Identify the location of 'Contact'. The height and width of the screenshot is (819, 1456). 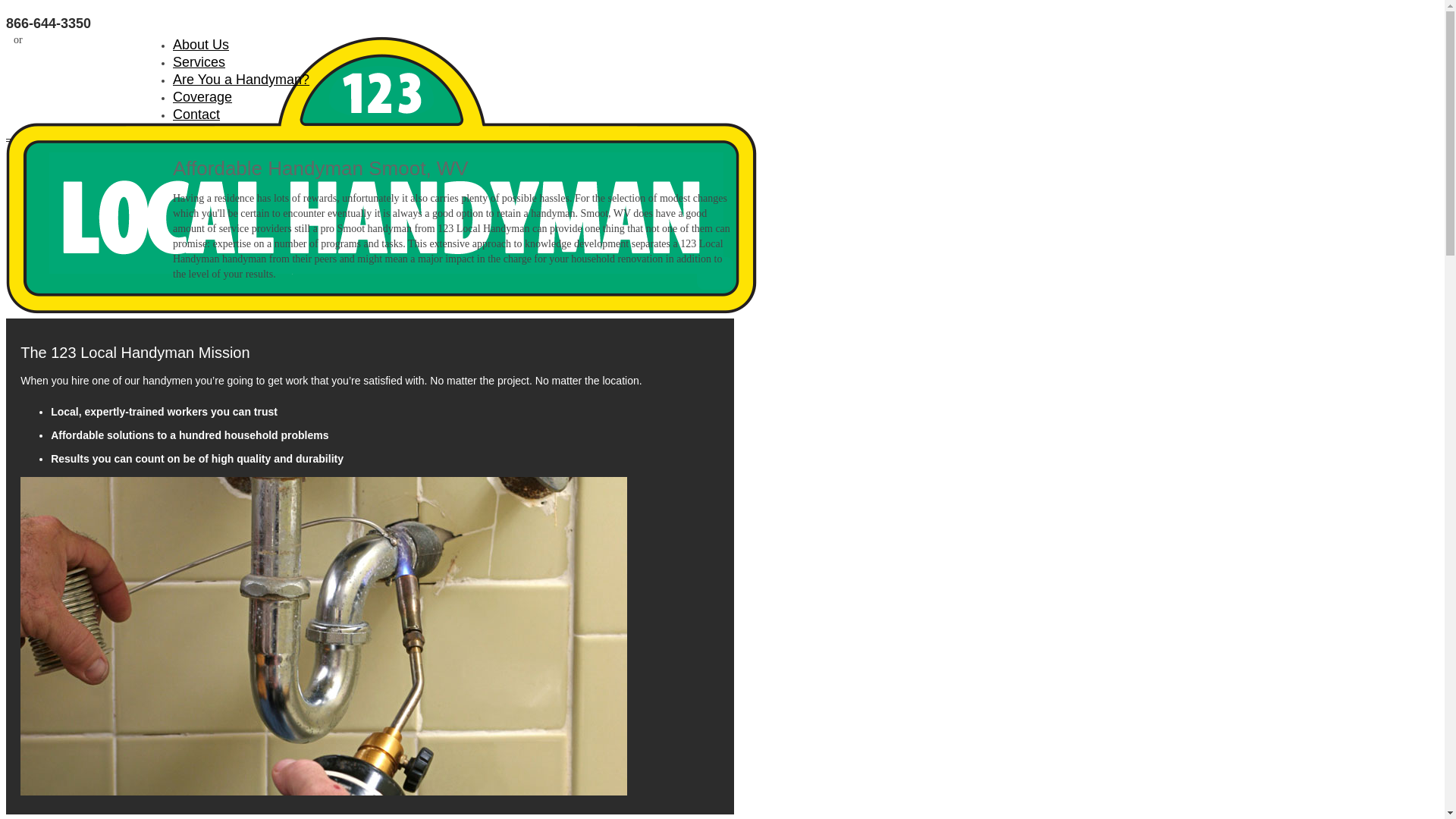
(196, 113).